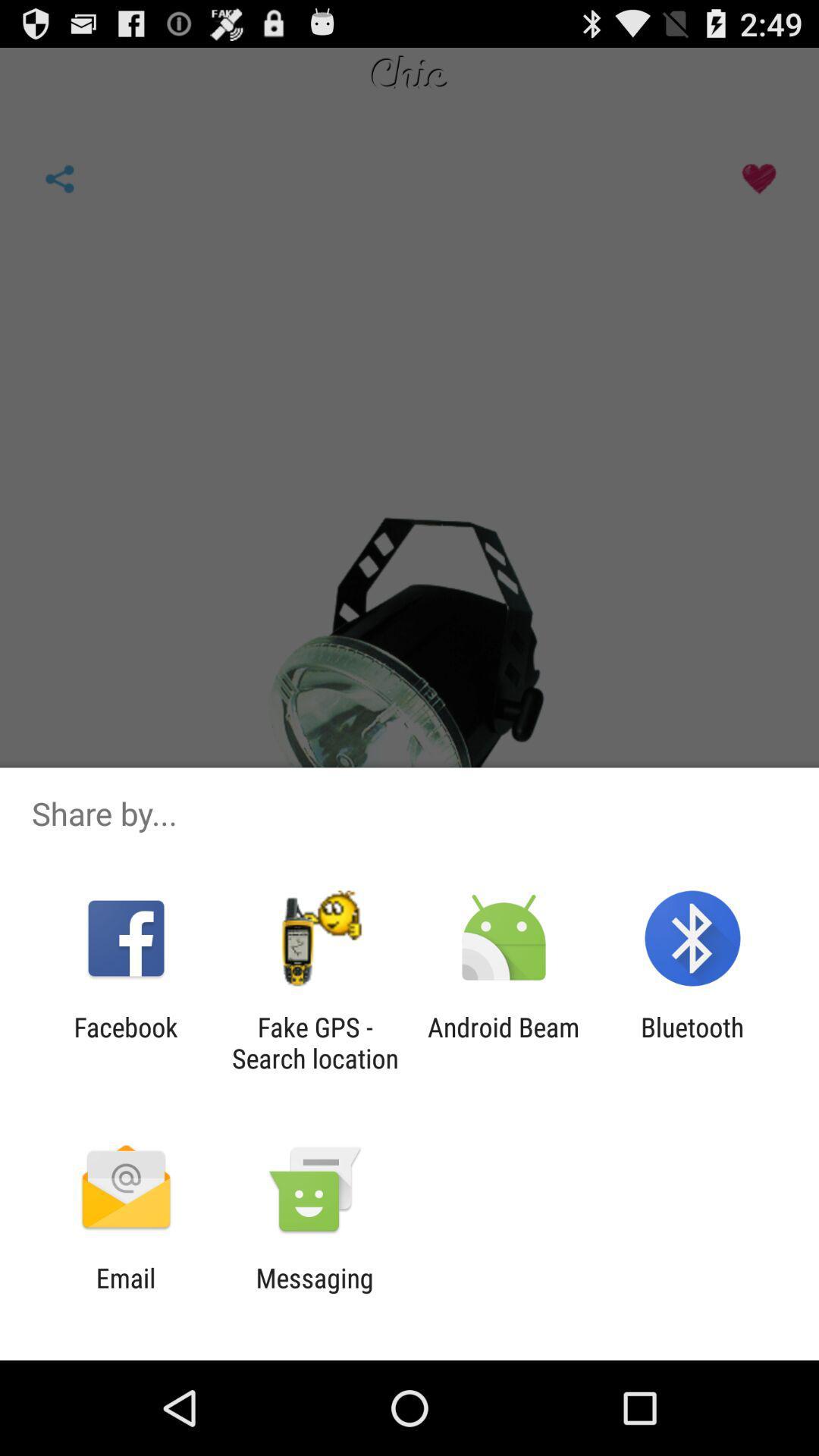 This screenshot has height=1456, width=819. What do you see at coordinates (314, 1042) in the screenshot?
I see `icon to the left of the android beam icon` at bounding box center [314, 1042].